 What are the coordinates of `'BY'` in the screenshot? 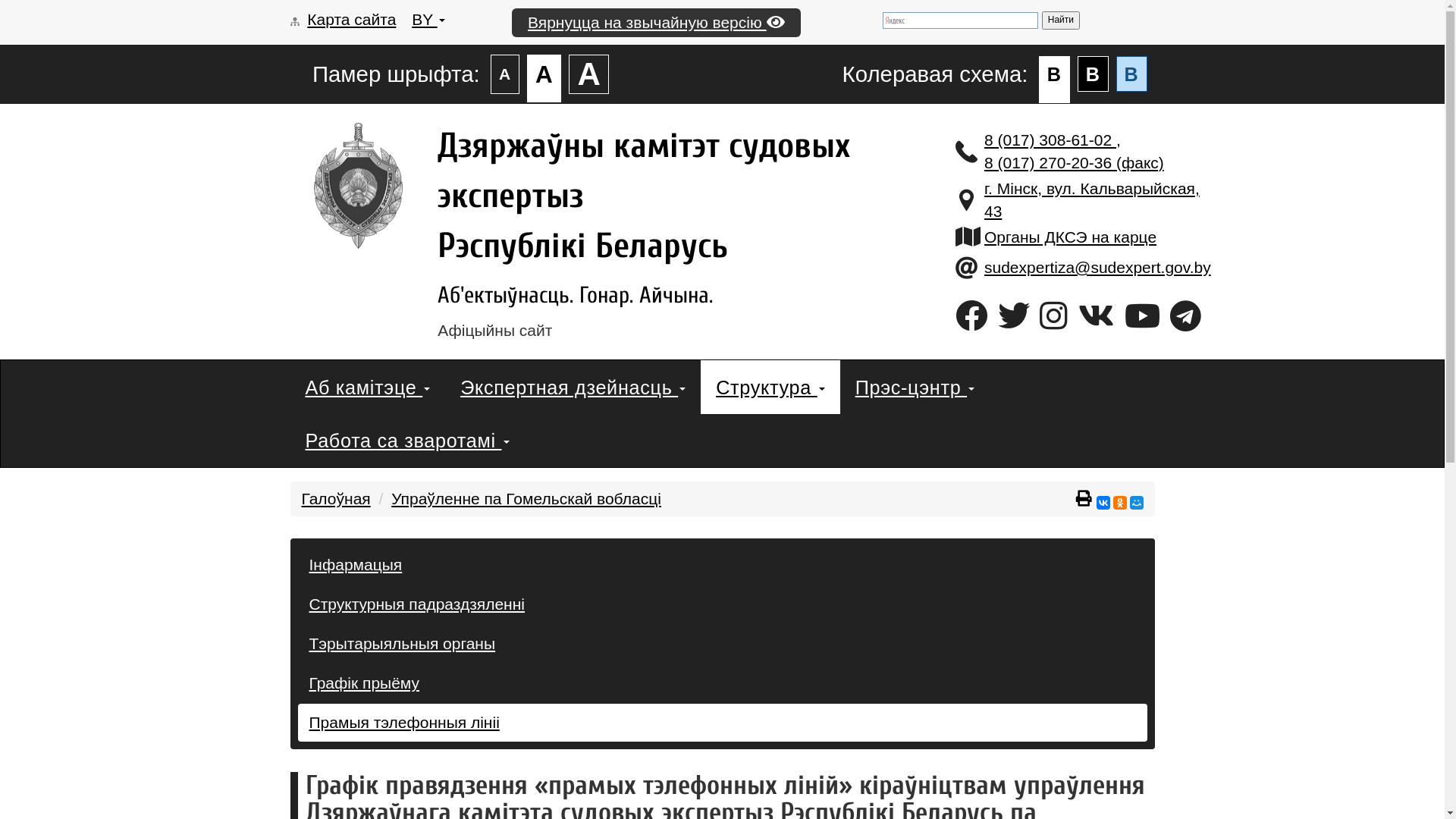 It's located at (411, 19).